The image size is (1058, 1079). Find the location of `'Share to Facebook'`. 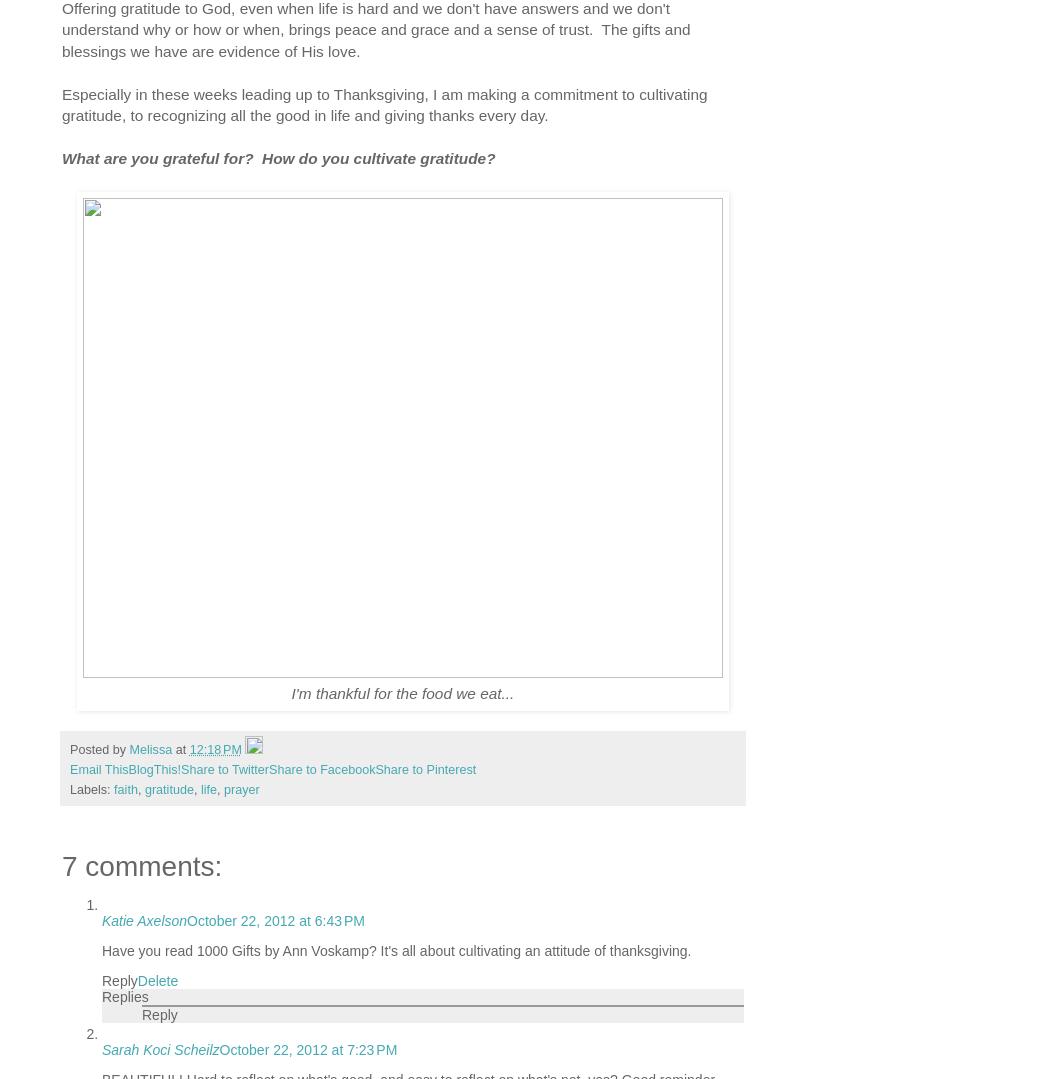

'Share to Facebook' is located at coordinates (320, 769).